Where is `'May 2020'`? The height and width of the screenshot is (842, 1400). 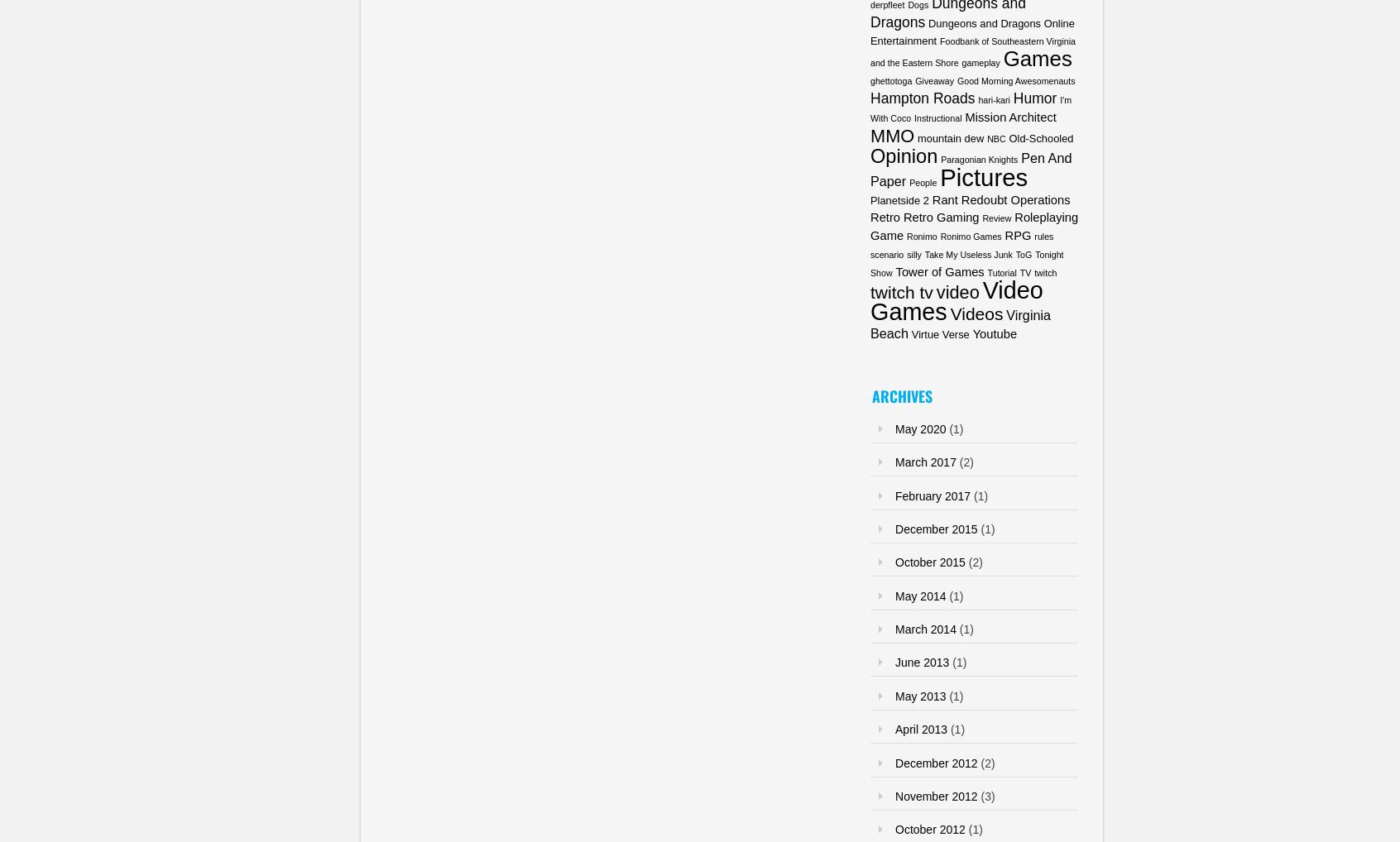 'May 2020' is located at coordinates (895, 427).